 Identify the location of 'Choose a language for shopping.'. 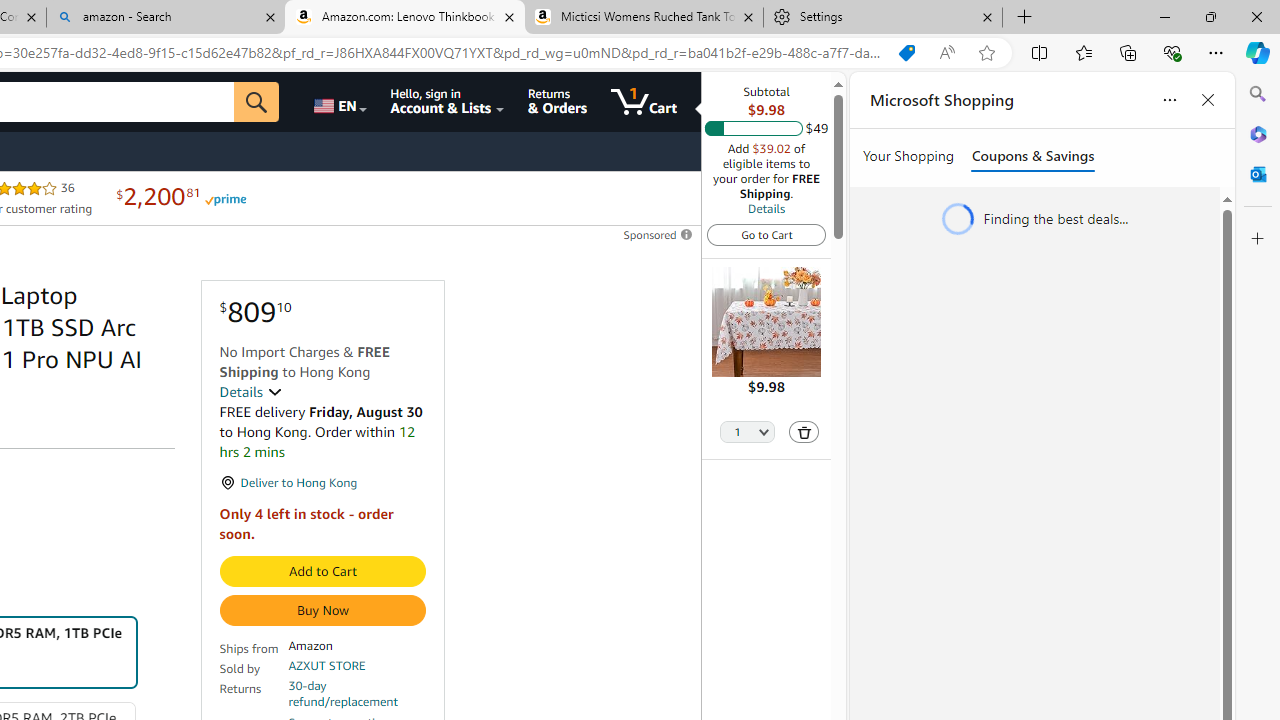
(339, 101).